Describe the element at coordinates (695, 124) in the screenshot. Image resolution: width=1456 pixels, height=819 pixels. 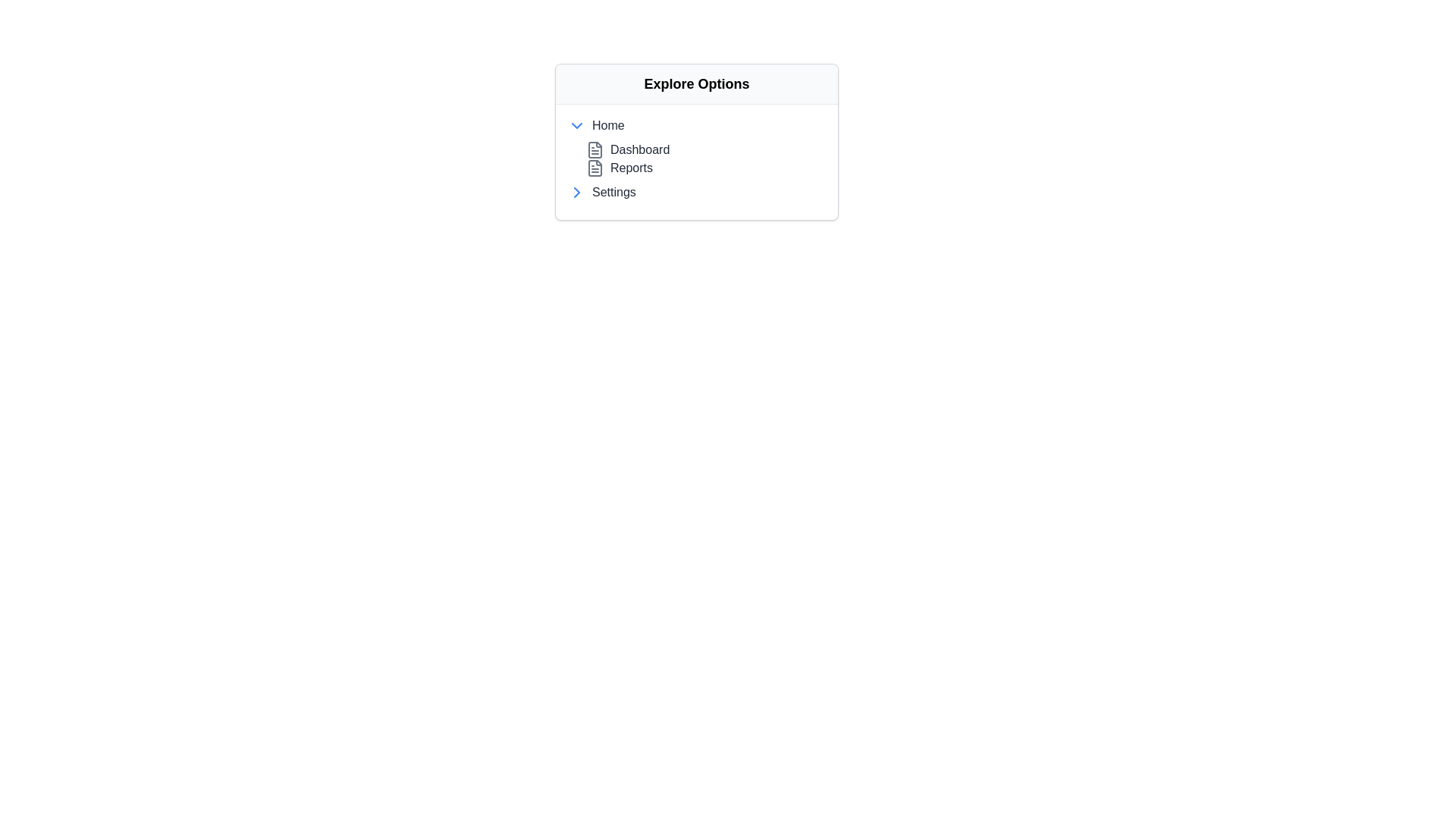
I see `the 'Home' menu item, which is the first item in the navigation menu under 'Explore Options'` at that location.